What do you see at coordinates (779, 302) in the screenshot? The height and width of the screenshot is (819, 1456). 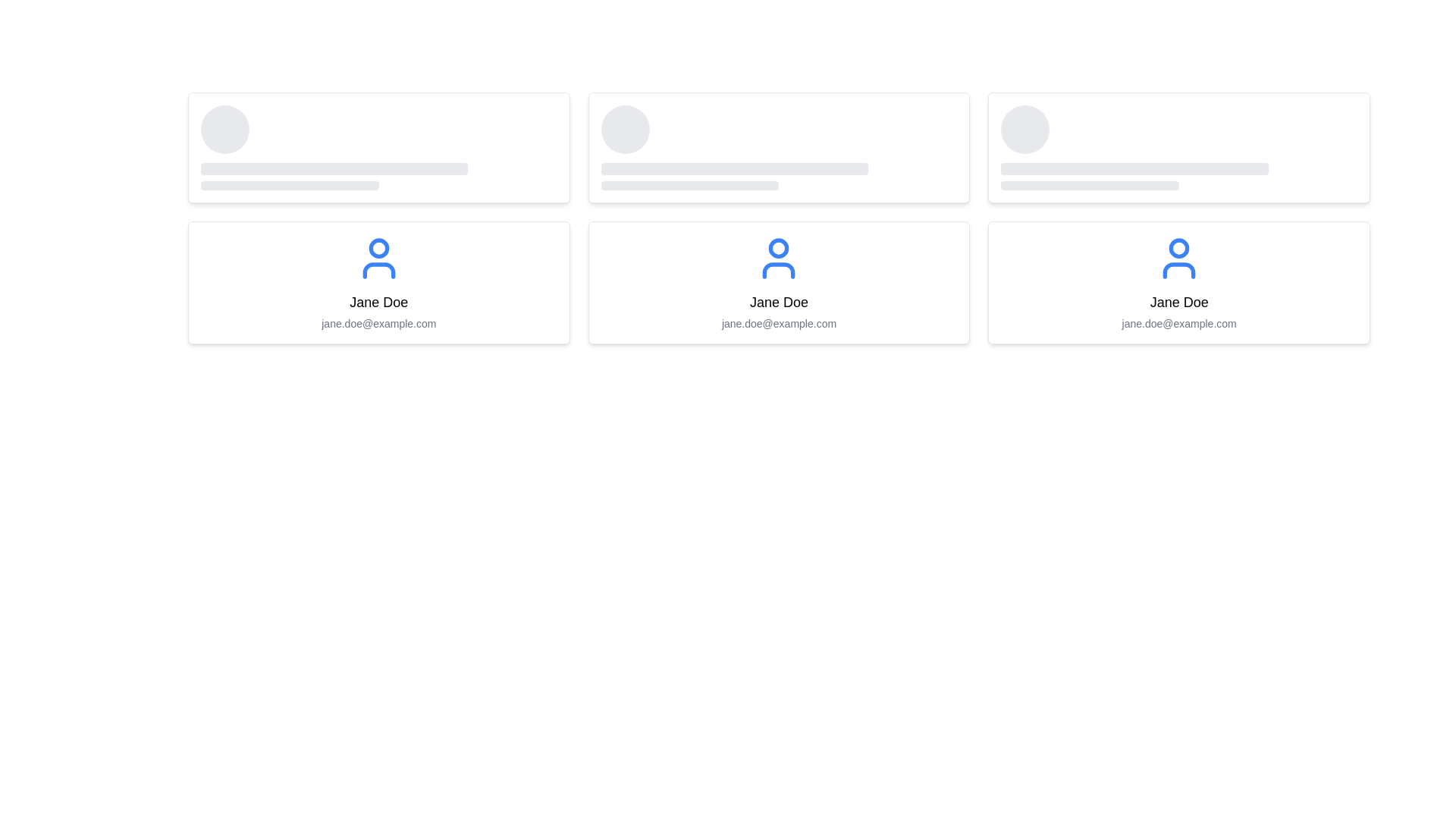 I see `the user name label displayed in the middle card of the three cards, which is located directly below the user icon and above the email text 'jane.doe@example.com'` at bounding box center [779, 302].